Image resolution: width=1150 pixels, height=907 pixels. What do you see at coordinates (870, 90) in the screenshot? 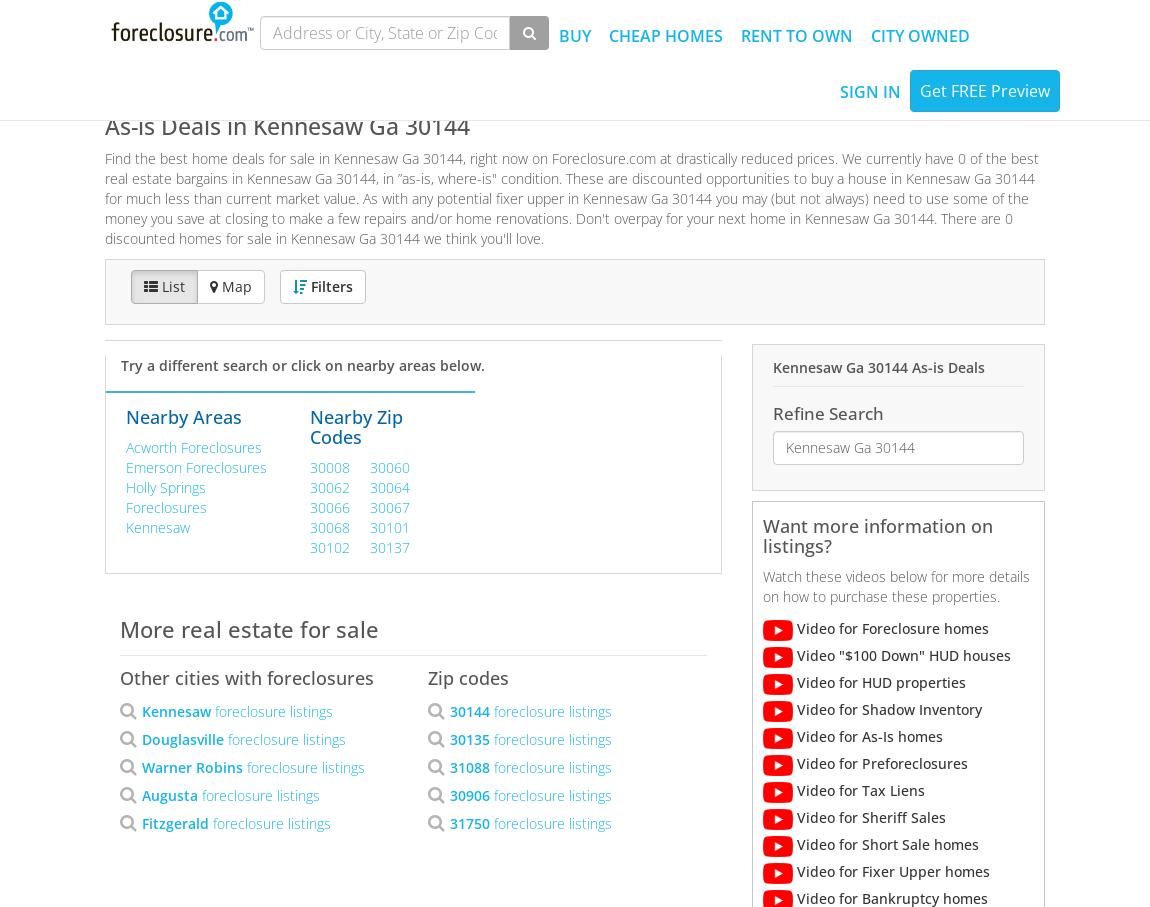
I see `'Sign In'` at bounding box center [870, 90].